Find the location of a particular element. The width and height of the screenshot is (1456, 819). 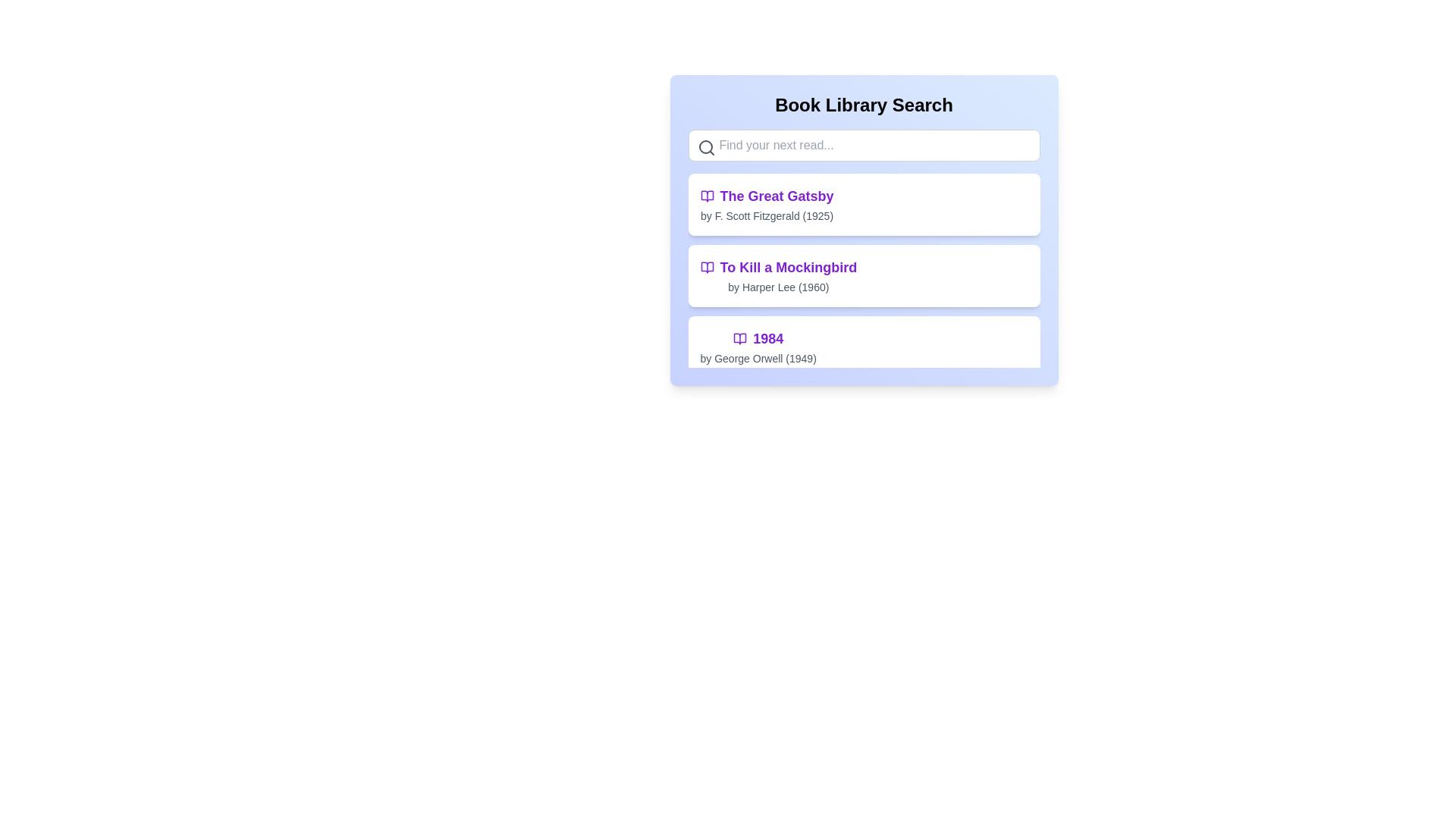

the static text component representing the book's title and author, located centrally within the second list item of the library's book list is located at coordinates (778, 275).